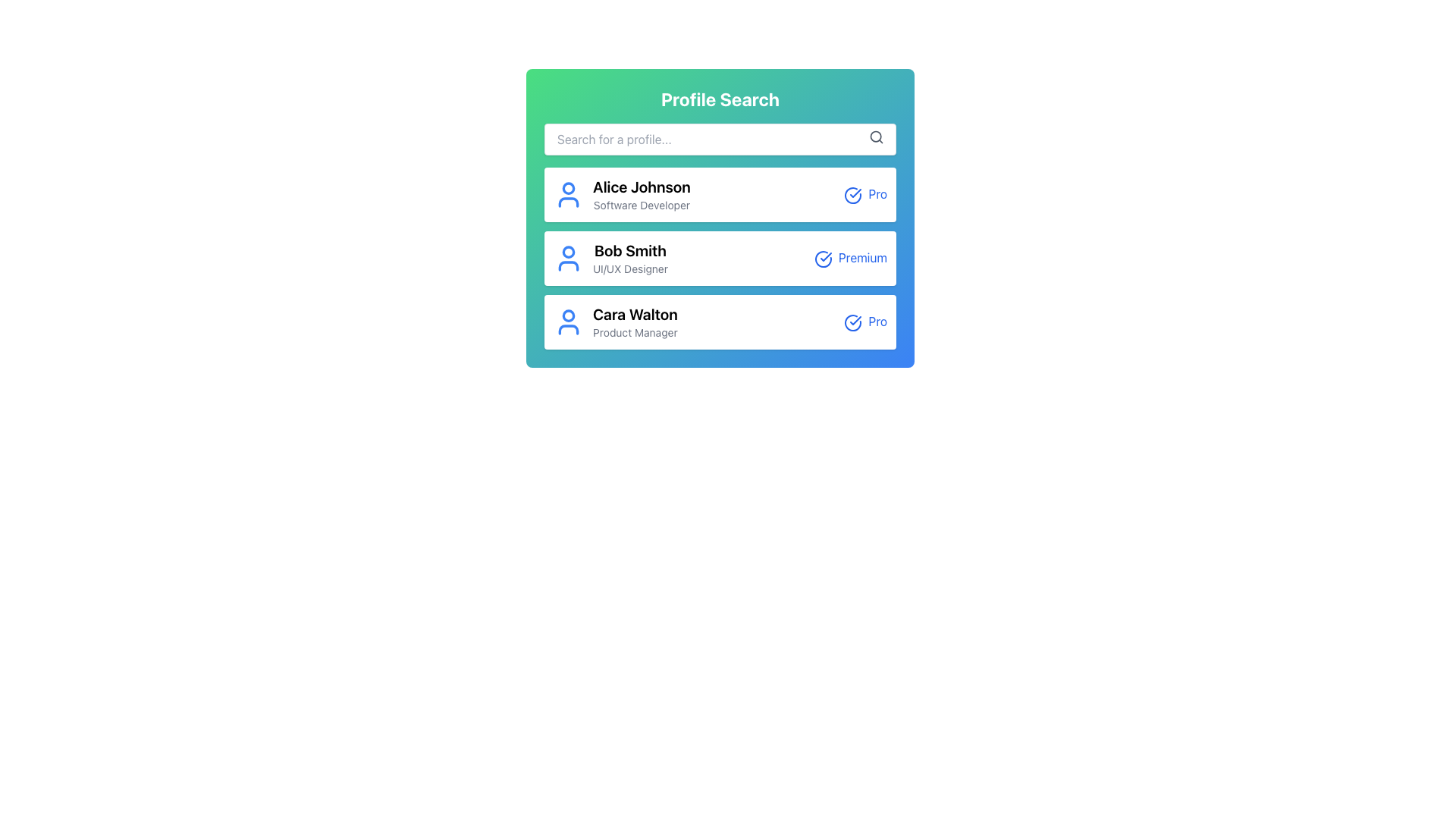  Describe the element at coordinates (720, 218) in the screenshot. I see `the first profile card in the vertically aligned list of profile cards, specifically targeting the name, title, or badge components` at that location.